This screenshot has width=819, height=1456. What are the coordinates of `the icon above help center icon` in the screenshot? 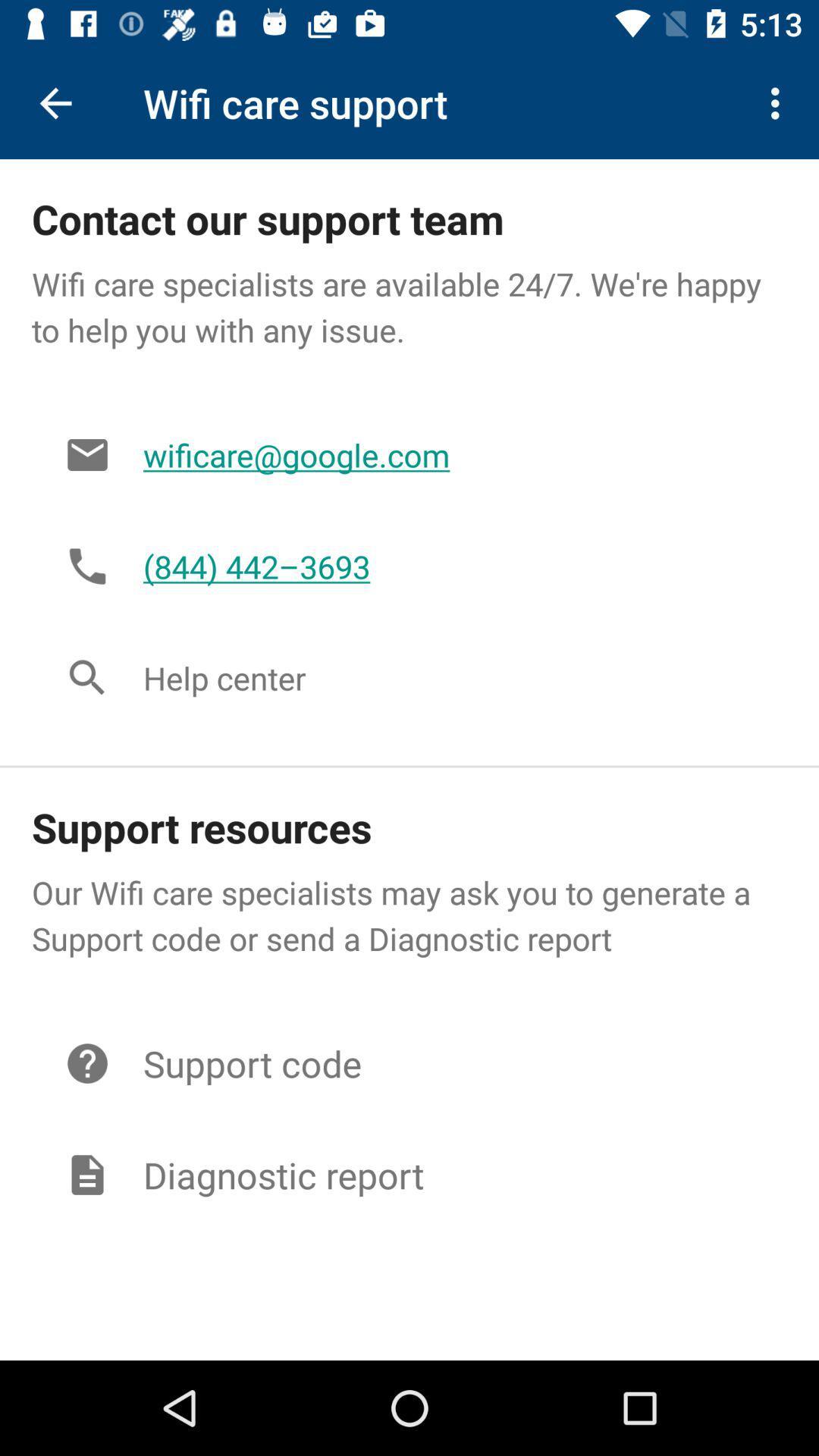 It's located at (448, 566).